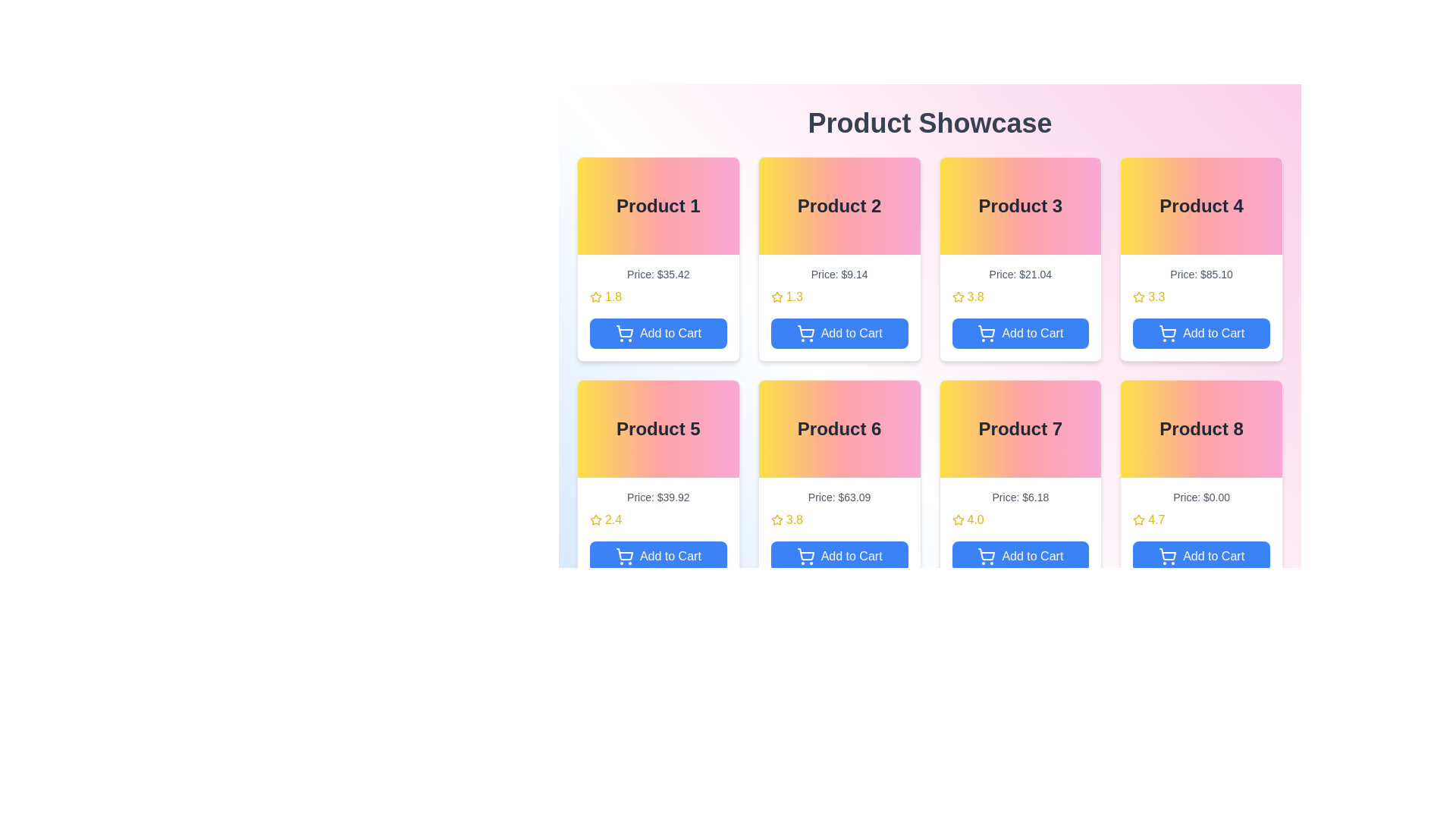 The height and width of the screenshot is (819, 1456). Describe the element at coordinates (1139, 296) in the screenshot. I see `the star icon representing the rating for 'Product 4'` at that location.